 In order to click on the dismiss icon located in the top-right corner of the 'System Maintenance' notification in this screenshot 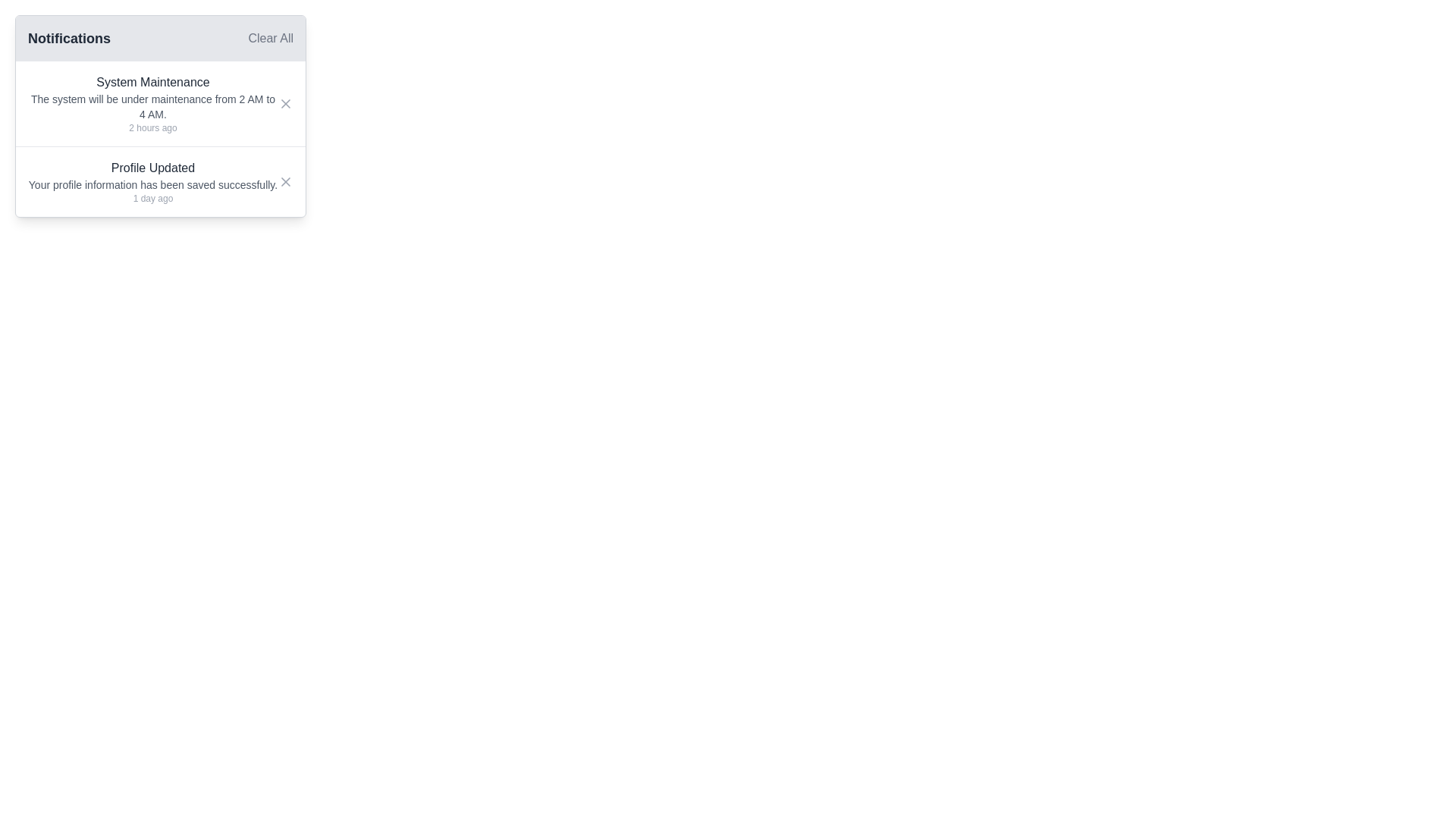, I will do `click(286, 103)`.